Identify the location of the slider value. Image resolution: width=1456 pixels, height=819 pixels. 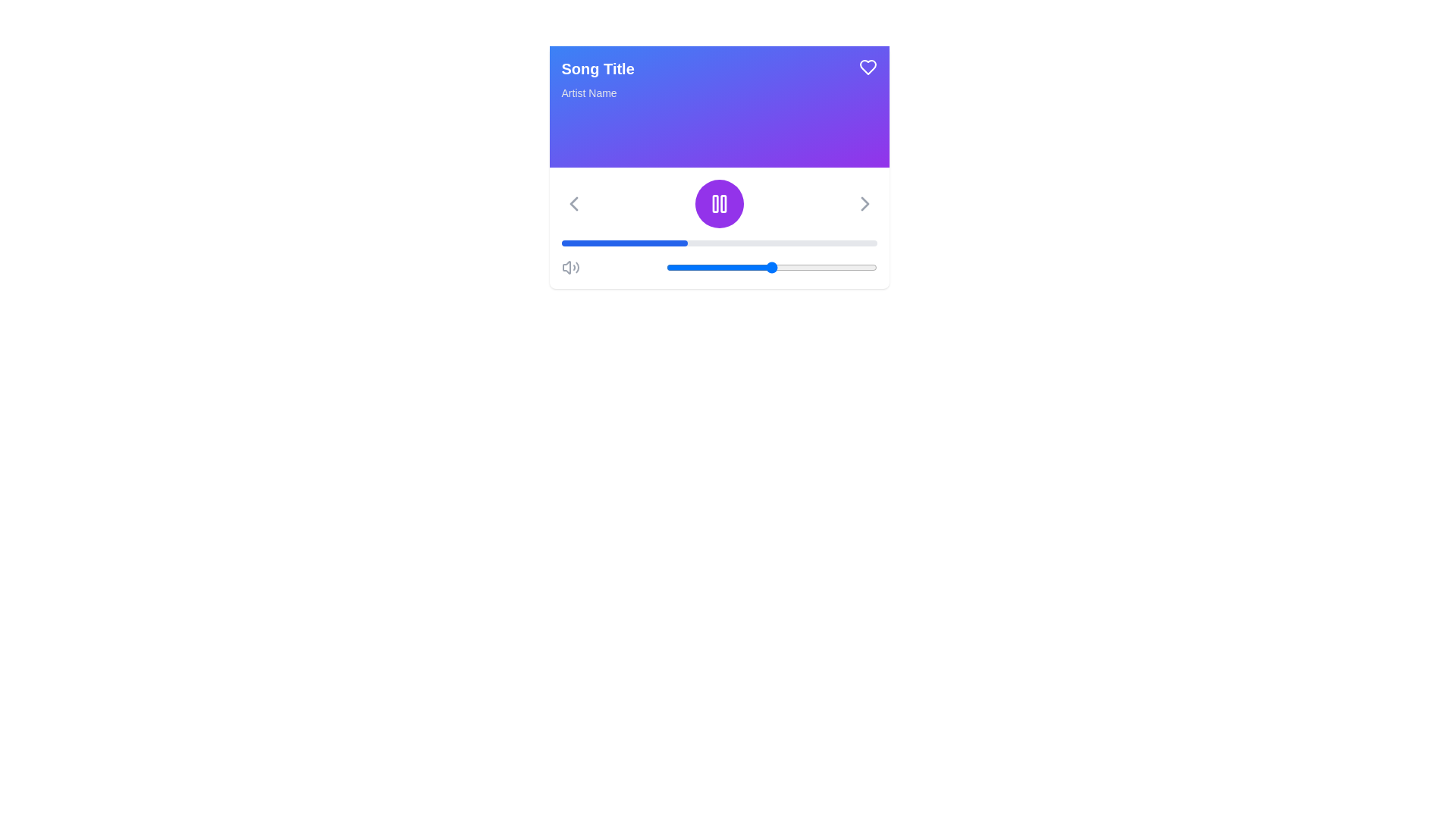
(738, 267).